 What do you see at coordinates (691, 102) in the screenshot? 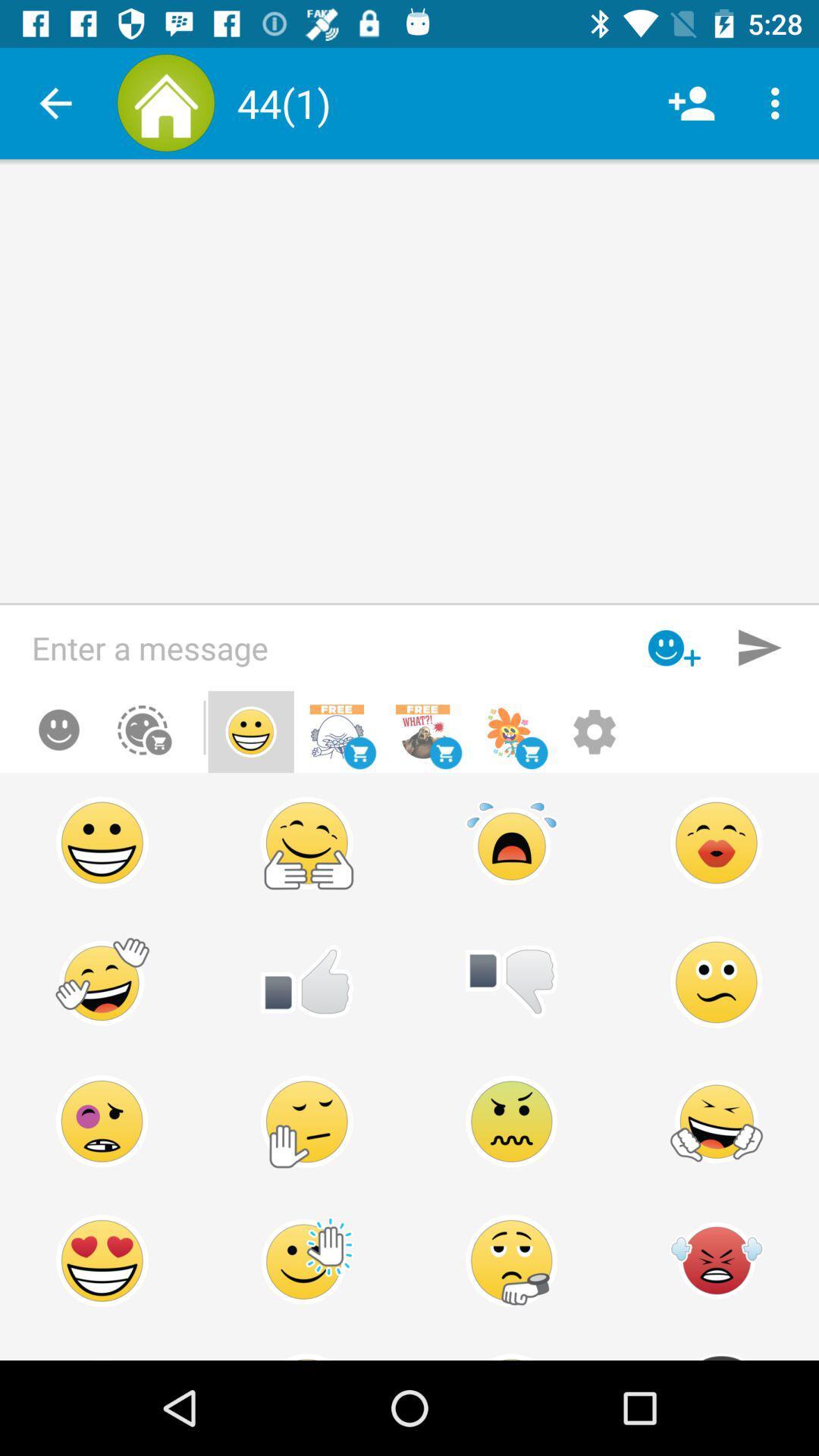
I see `the item next to the (1) icon` at bounding box center [691, 102].